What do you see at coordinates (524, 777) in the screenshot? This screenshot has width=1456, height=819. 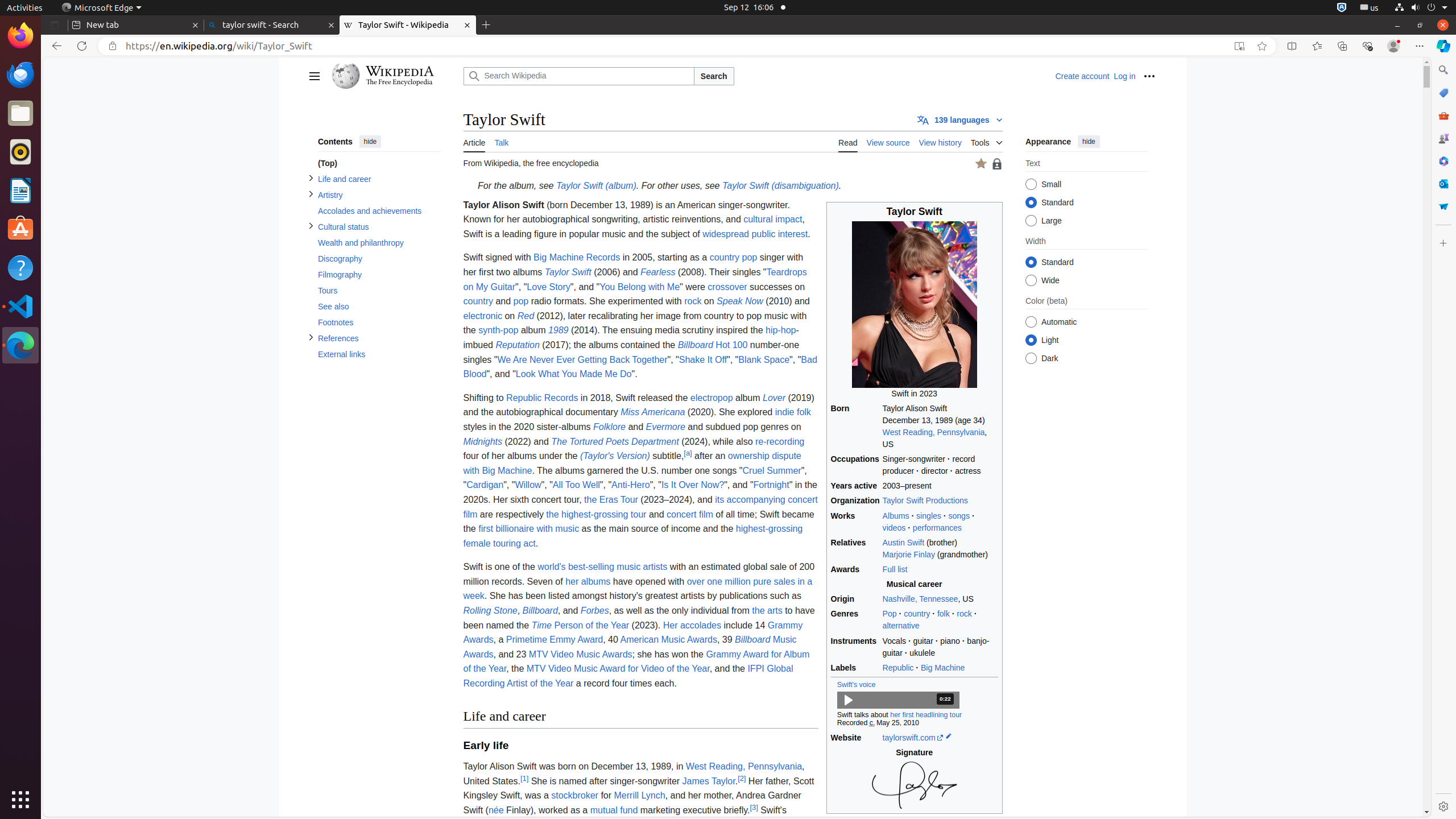 I see `'[1]'` at bounding box center [524, 777].